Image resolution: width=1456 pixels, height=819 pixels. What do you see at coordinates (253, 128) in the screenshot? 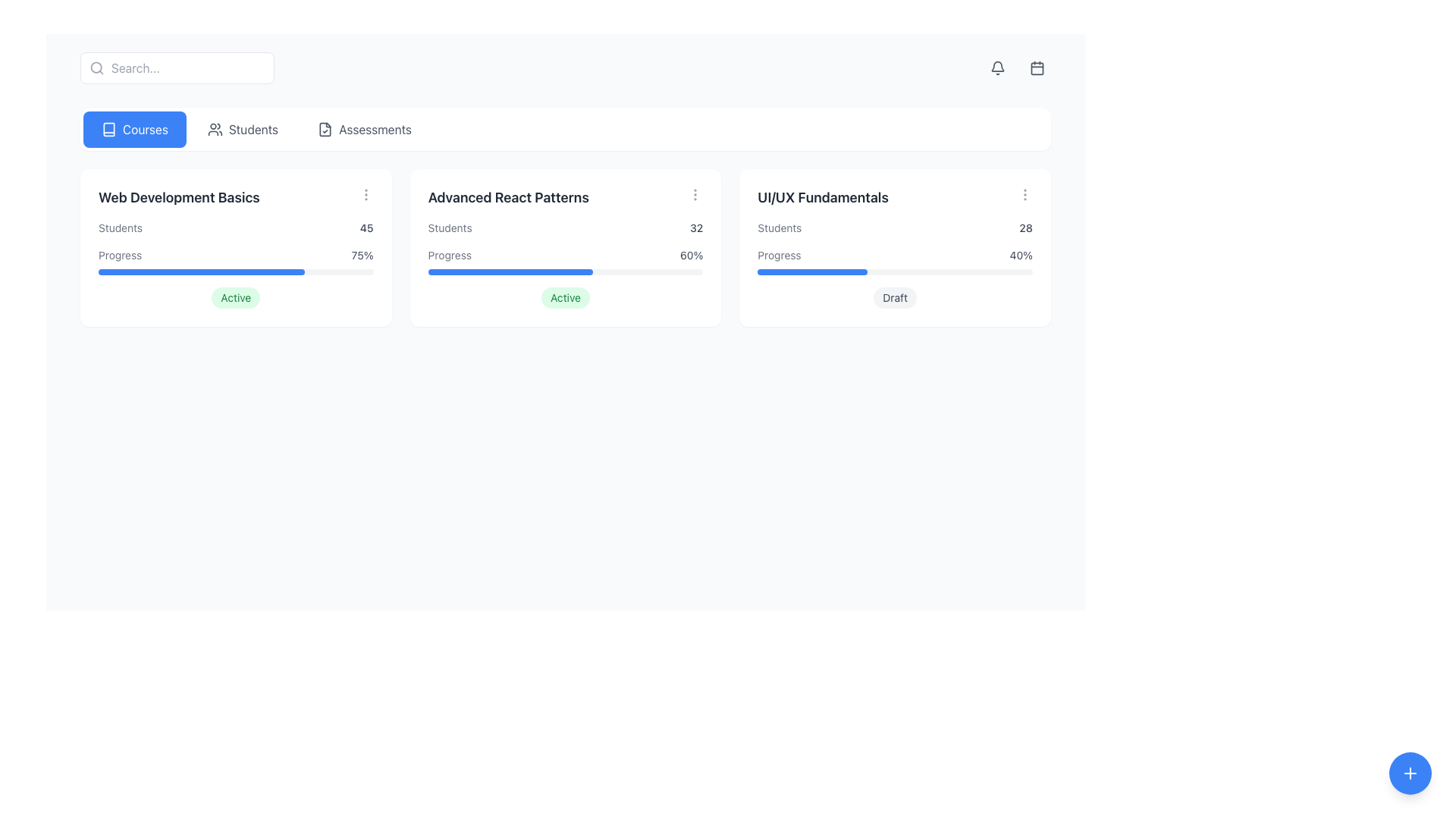
I see `the 'Students' text label located in the header navigation bar` at bounding box center [253, 128].